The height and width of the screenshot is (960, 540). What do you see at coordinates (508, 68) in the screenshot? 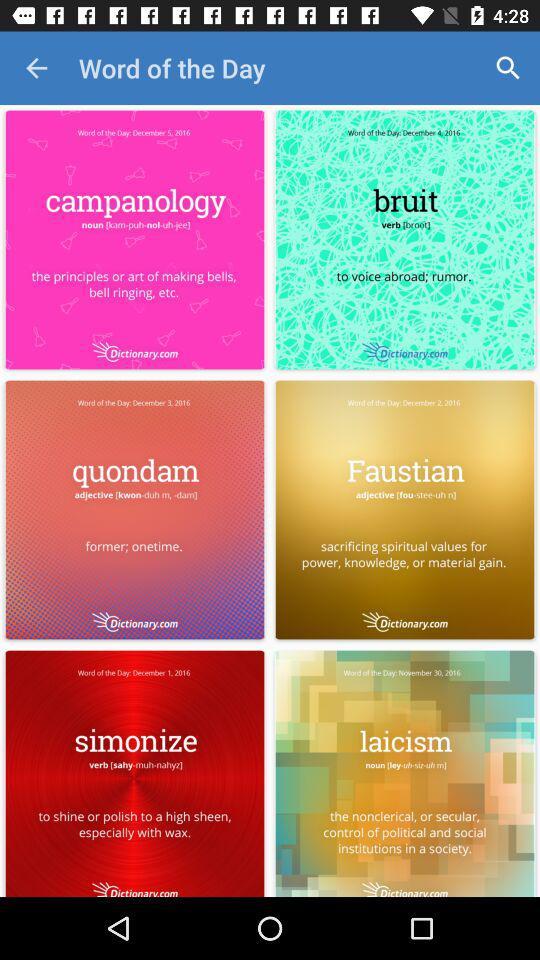
I see `the icon to the right of word of the icon` at bounding box center [508, 68].